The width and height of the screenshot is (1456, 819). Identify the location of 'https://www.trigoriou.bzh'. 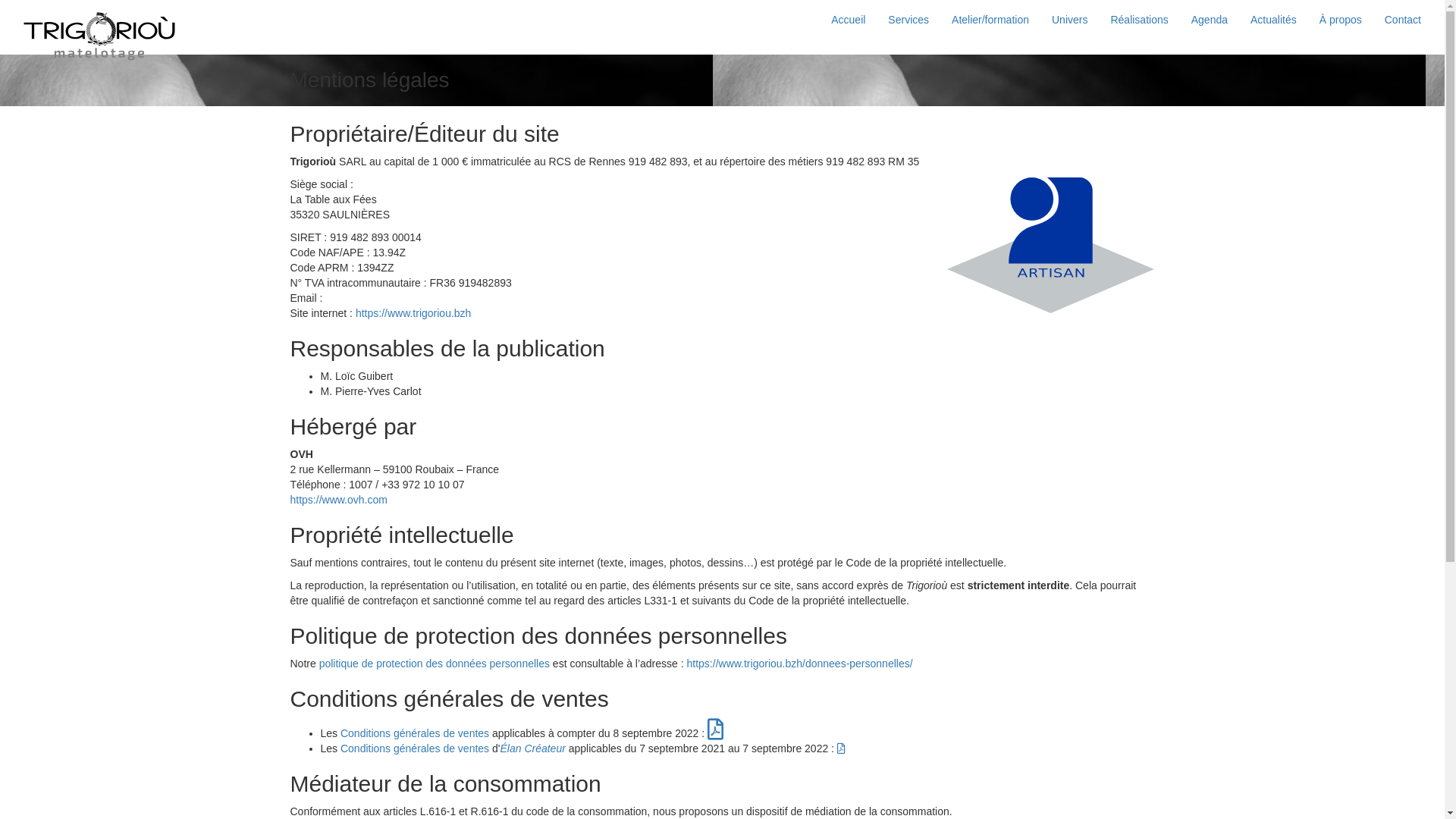
(413, 312).